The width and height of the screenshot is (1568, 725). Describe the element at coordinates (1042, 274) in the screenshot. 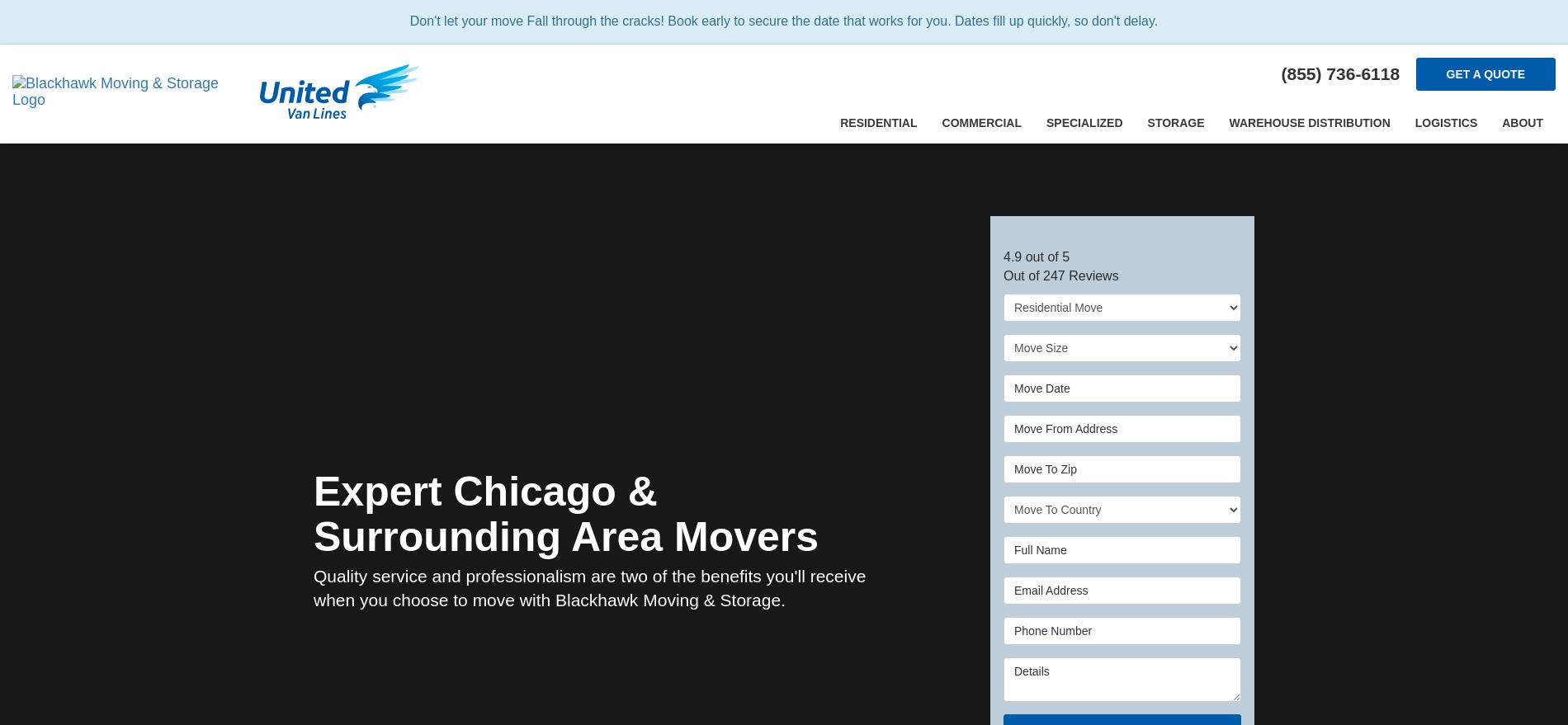

I see `'247'` at that location.